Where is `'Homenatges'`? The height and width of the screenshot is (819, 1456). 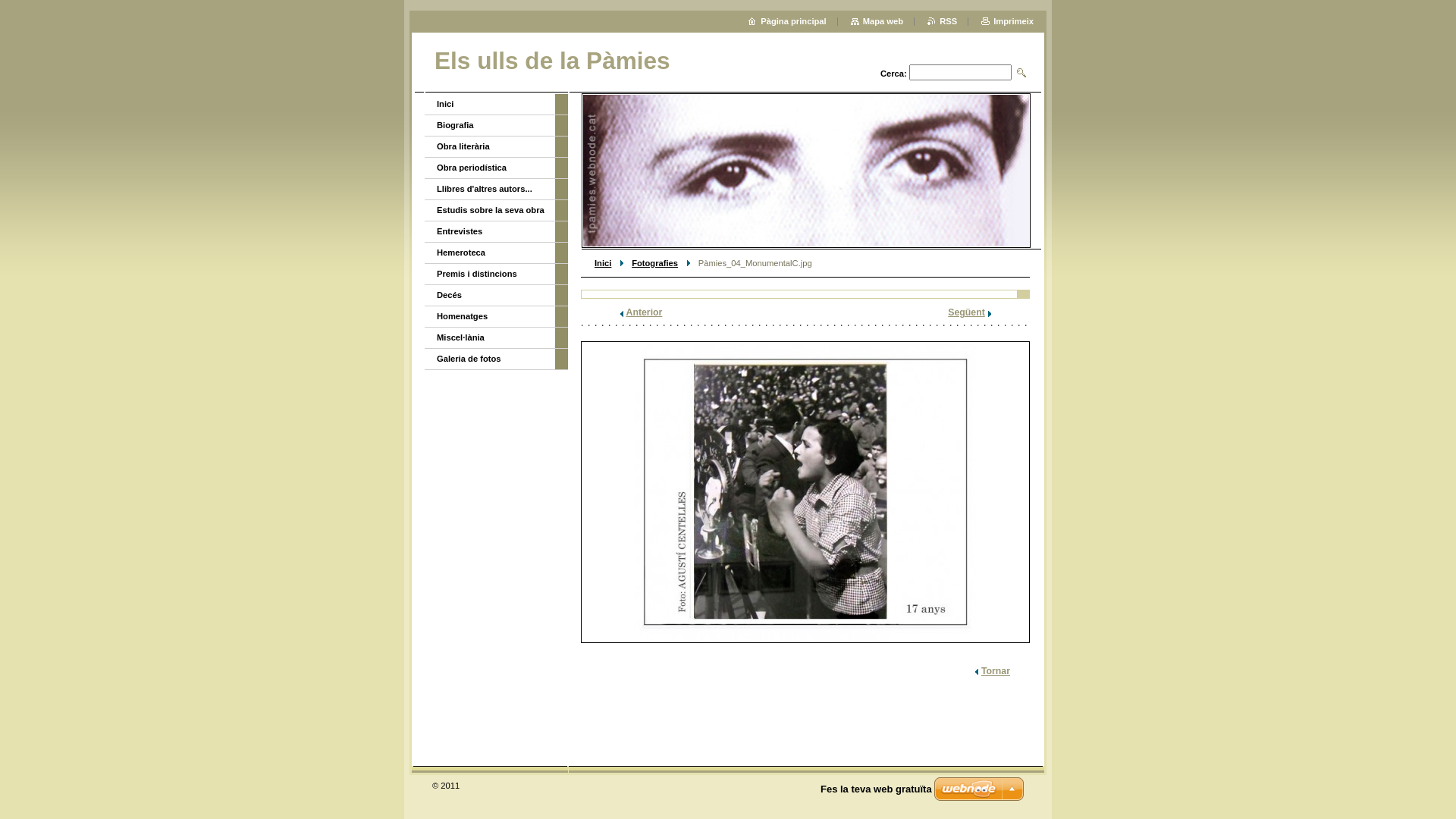 'Homenatges' is located at coordinates (490, 315).